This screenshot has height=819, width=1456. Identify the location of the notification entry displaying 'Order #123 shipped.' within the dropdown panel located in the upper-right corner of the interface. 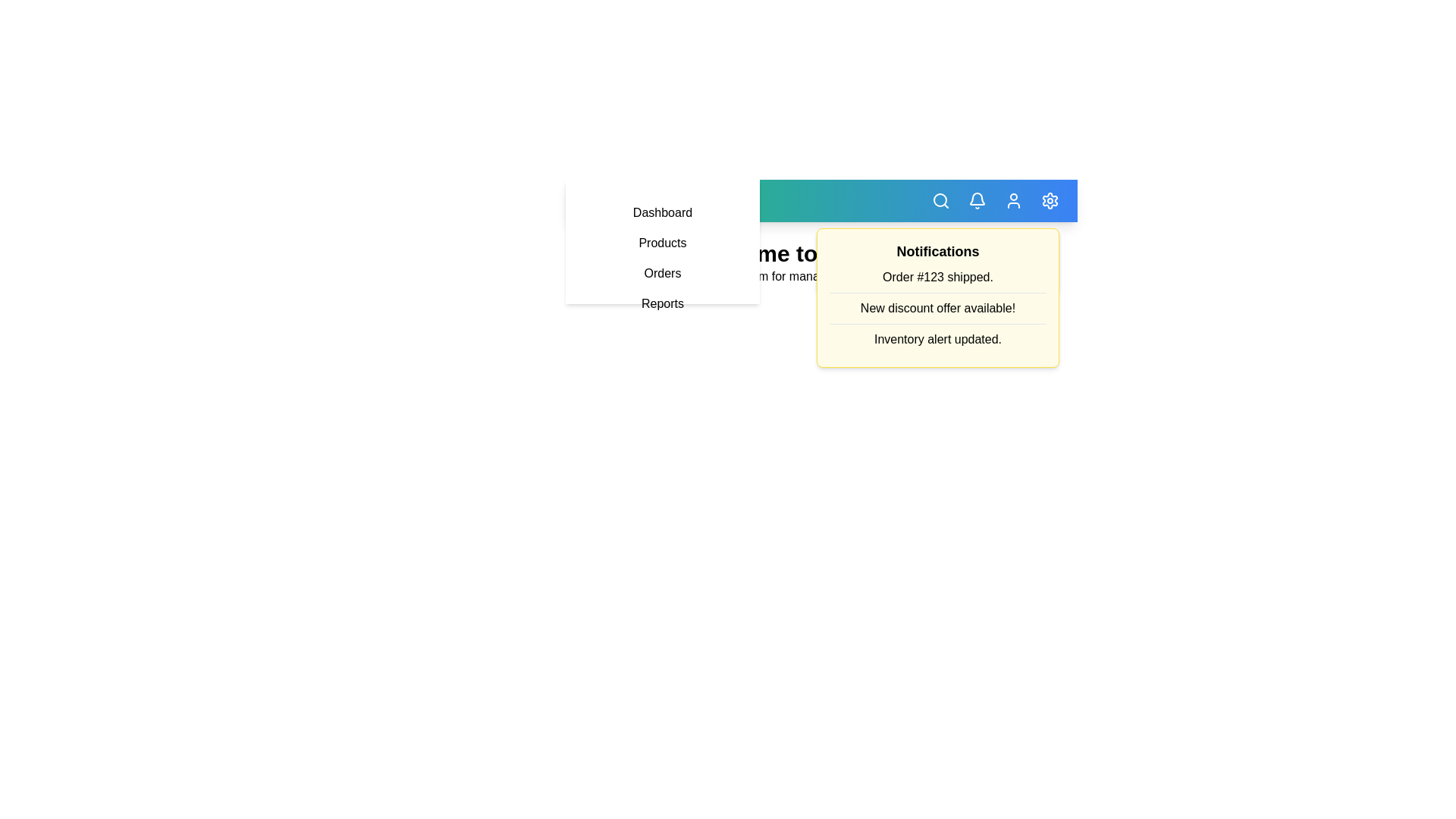
(937, 278).